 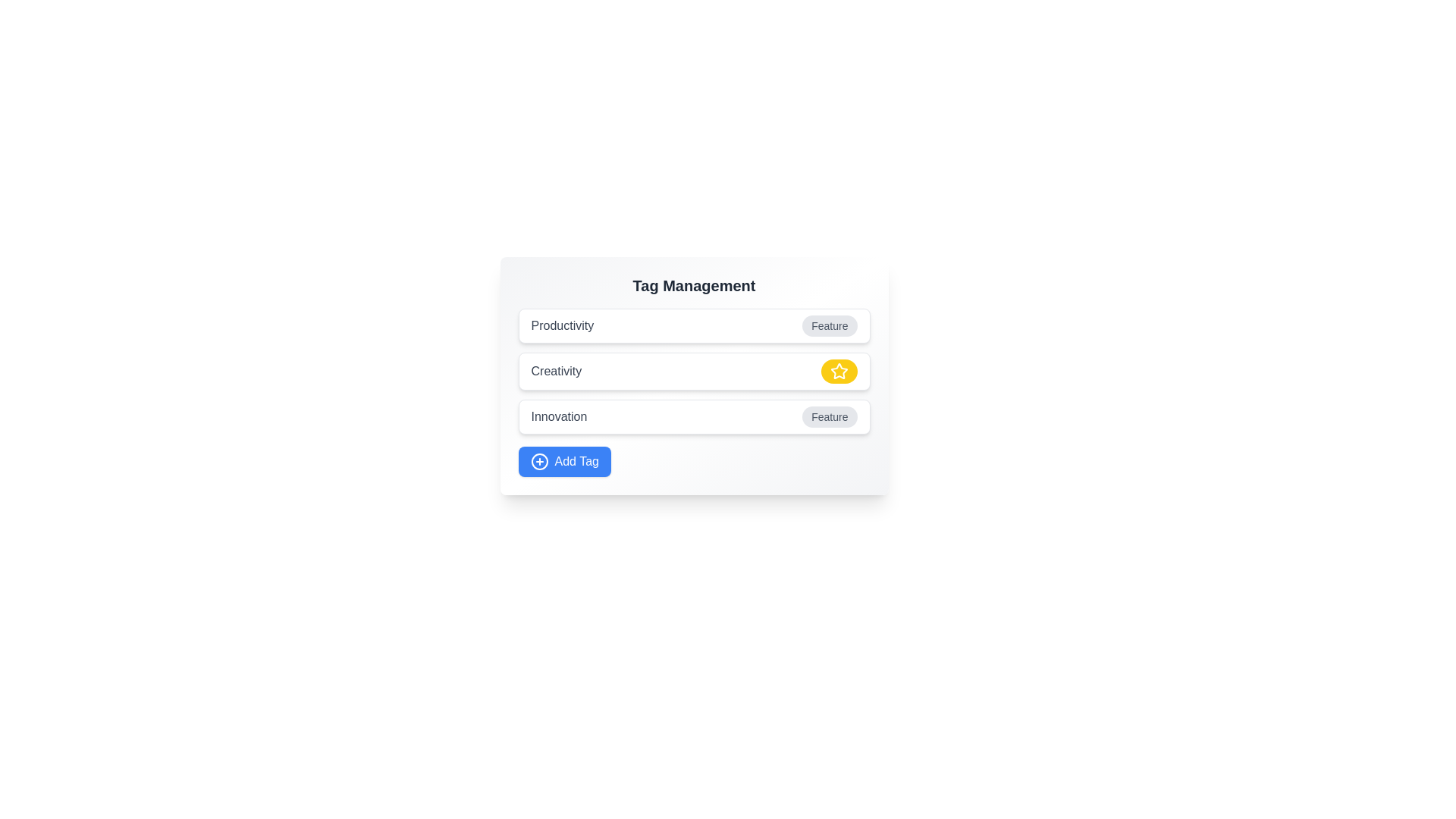 I want to click on the 'Add Tag' button to add a new tag, so click(x=563, y=461).